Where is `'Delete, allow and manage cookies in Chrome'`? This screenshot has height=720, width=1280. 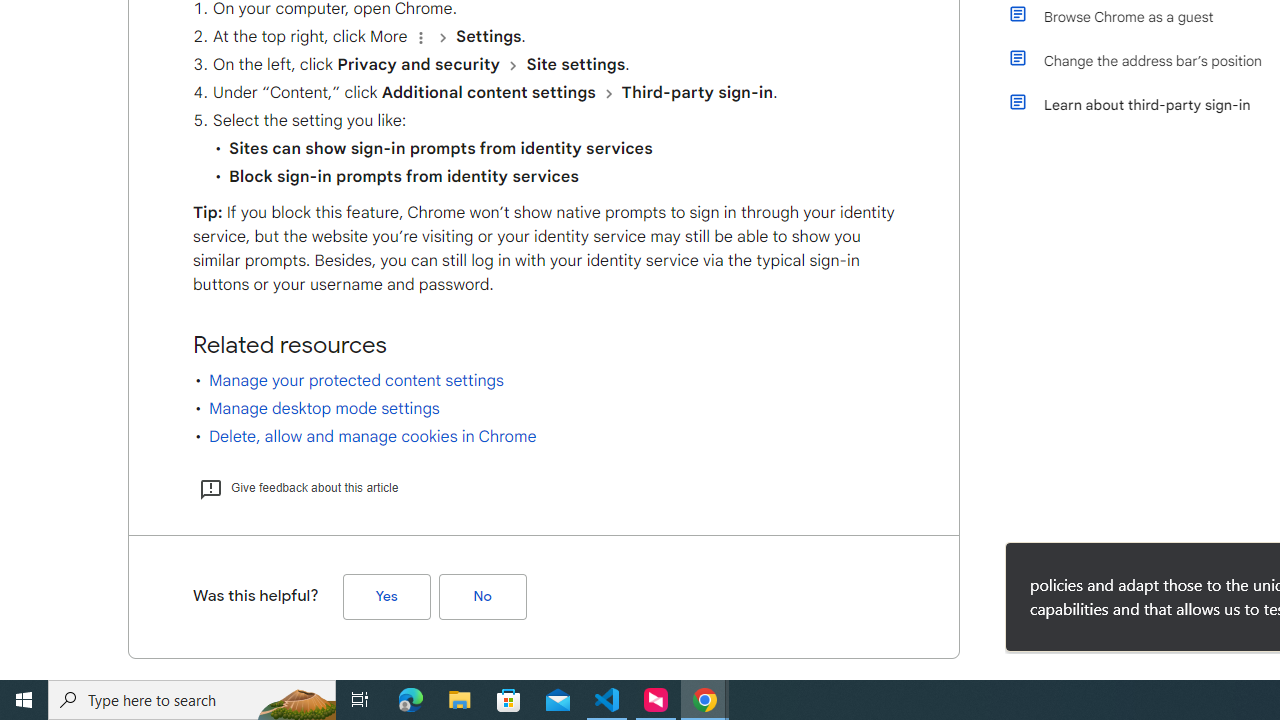
'Delete, allow and manage cookies in Chrome' is located at coordinates (373, 436).